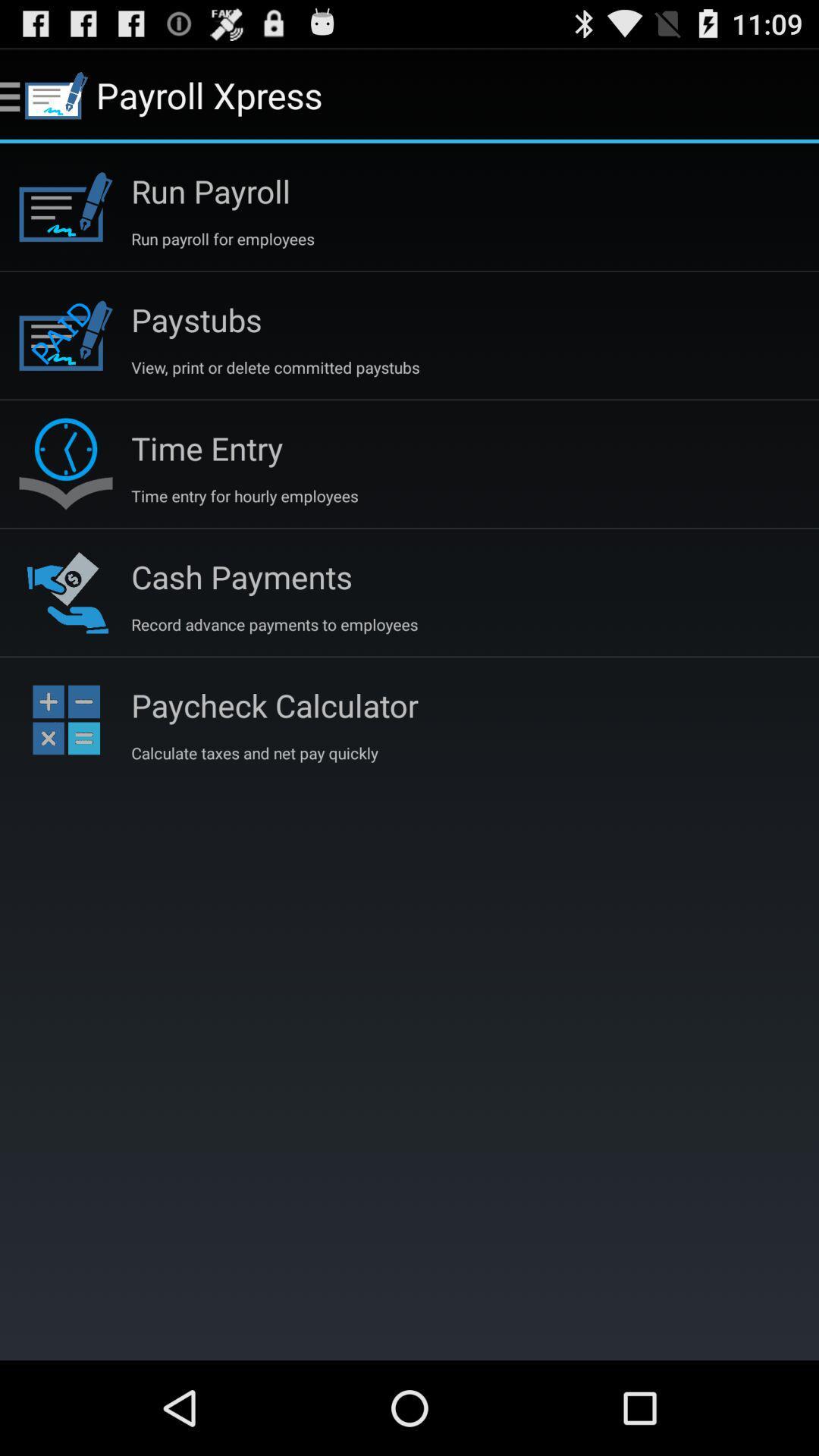 This screenshot has height=1456, width=819. What do you see at coordinates (275, 624) in the screenshot?
I see `app above paycheck calculator icon` at bounding box center [275, 624].